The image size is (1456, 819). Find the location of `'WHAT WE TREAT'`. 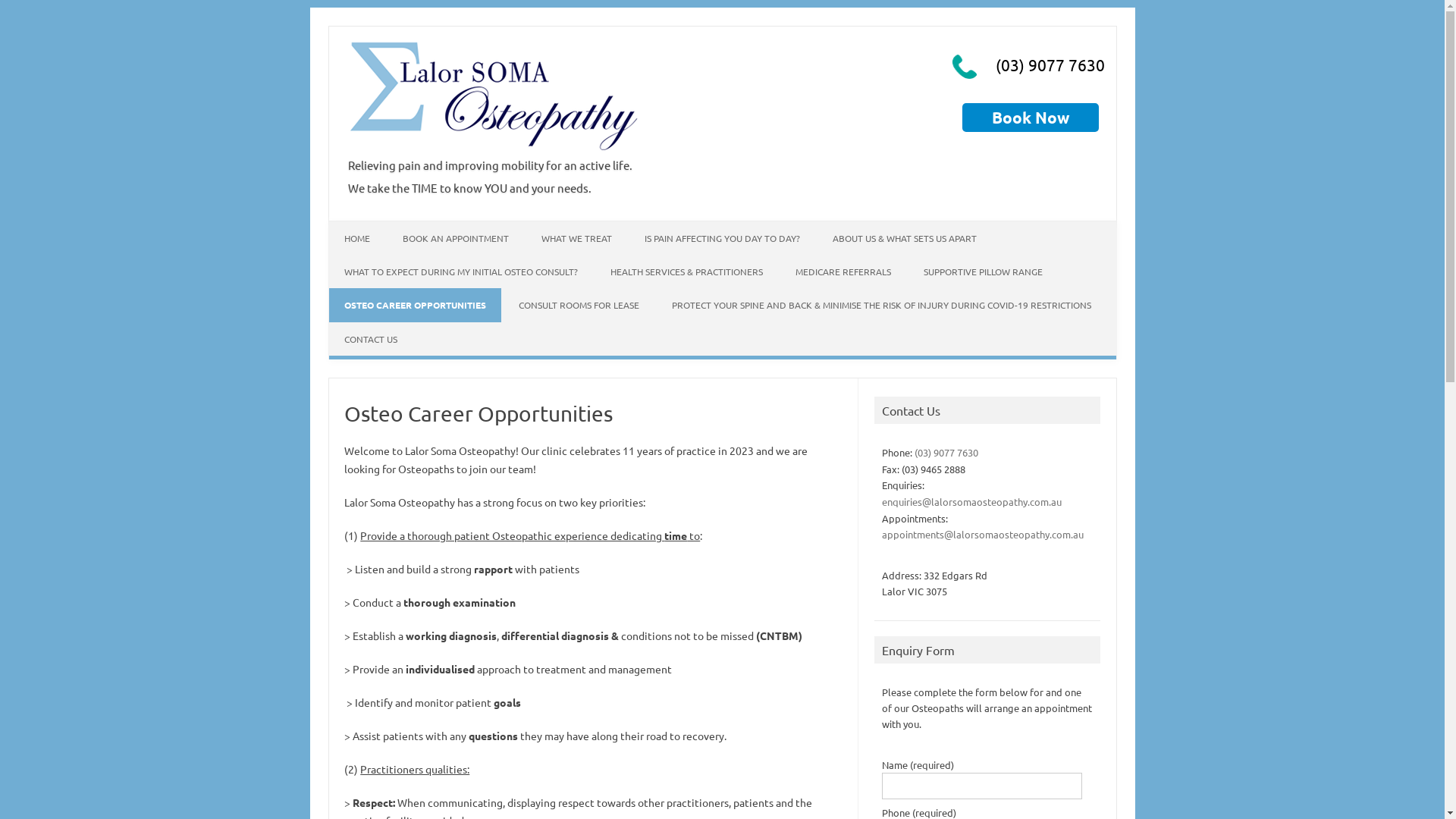

'WHAT WE TREAT' is located at coordinates (576, 237).